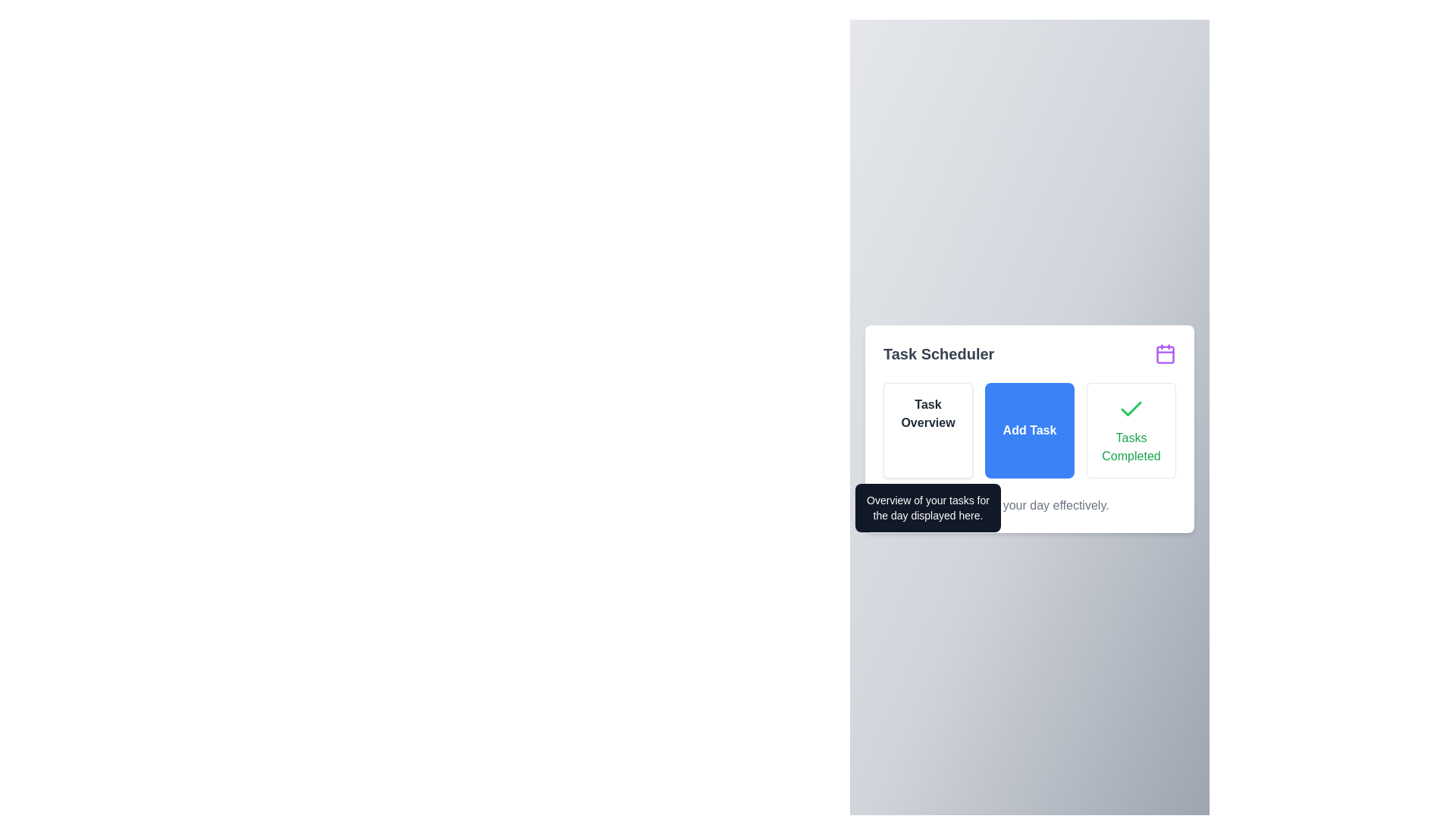 The height and width of the screenshot is (819, 1456). I want to click on the 'Task Overview' label, which displays centered bold text in dark color on a white background, so click(927, 414).